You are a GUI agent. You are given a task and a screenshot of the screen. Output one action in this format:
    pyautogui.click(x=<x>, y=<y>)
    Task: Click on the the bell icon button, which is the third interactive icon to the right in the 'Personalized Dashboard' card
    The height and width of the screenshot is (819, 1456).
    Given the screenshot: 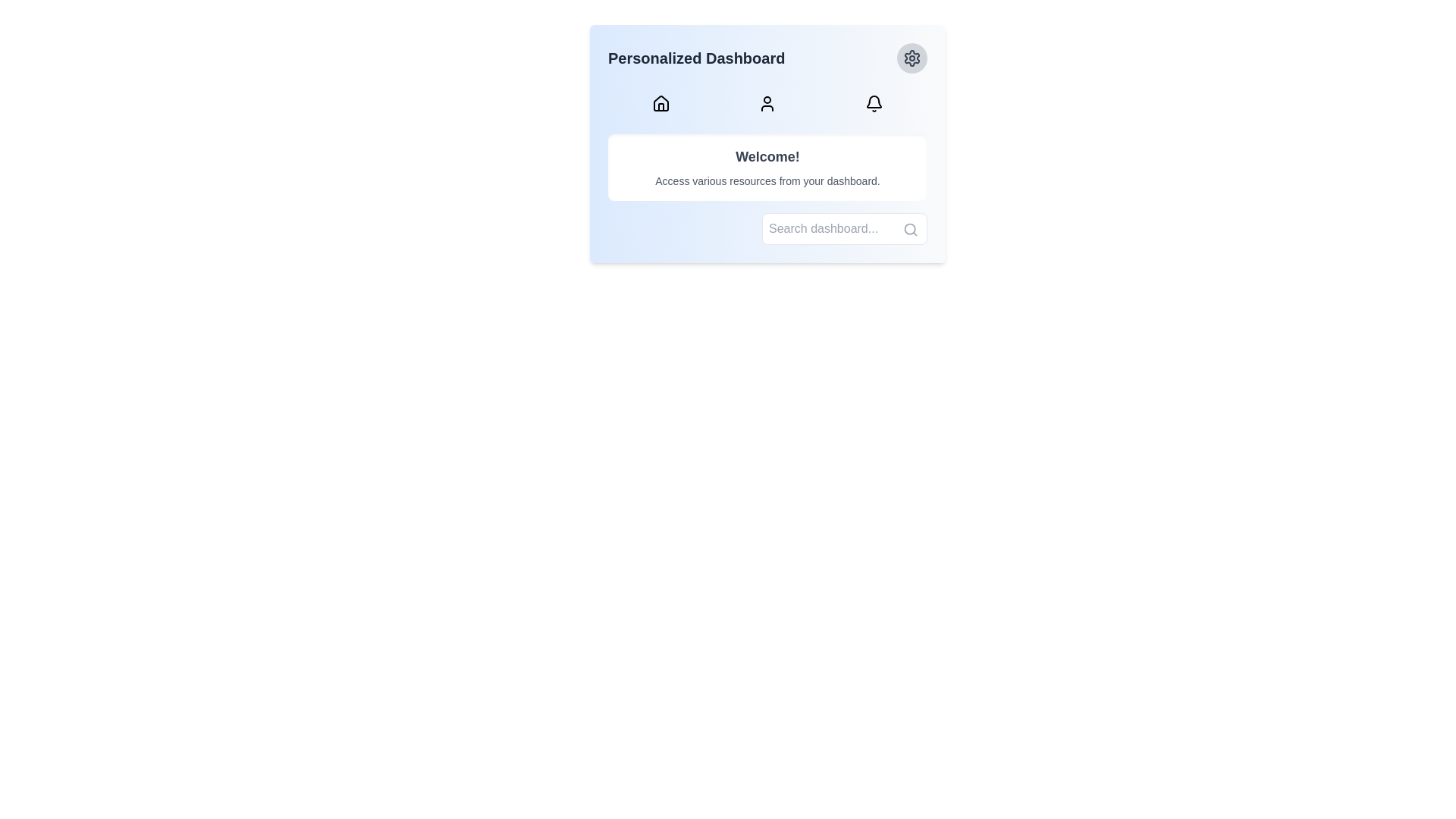 What is the action you would take?
    pyautogui.click(x=874, y=103)
    